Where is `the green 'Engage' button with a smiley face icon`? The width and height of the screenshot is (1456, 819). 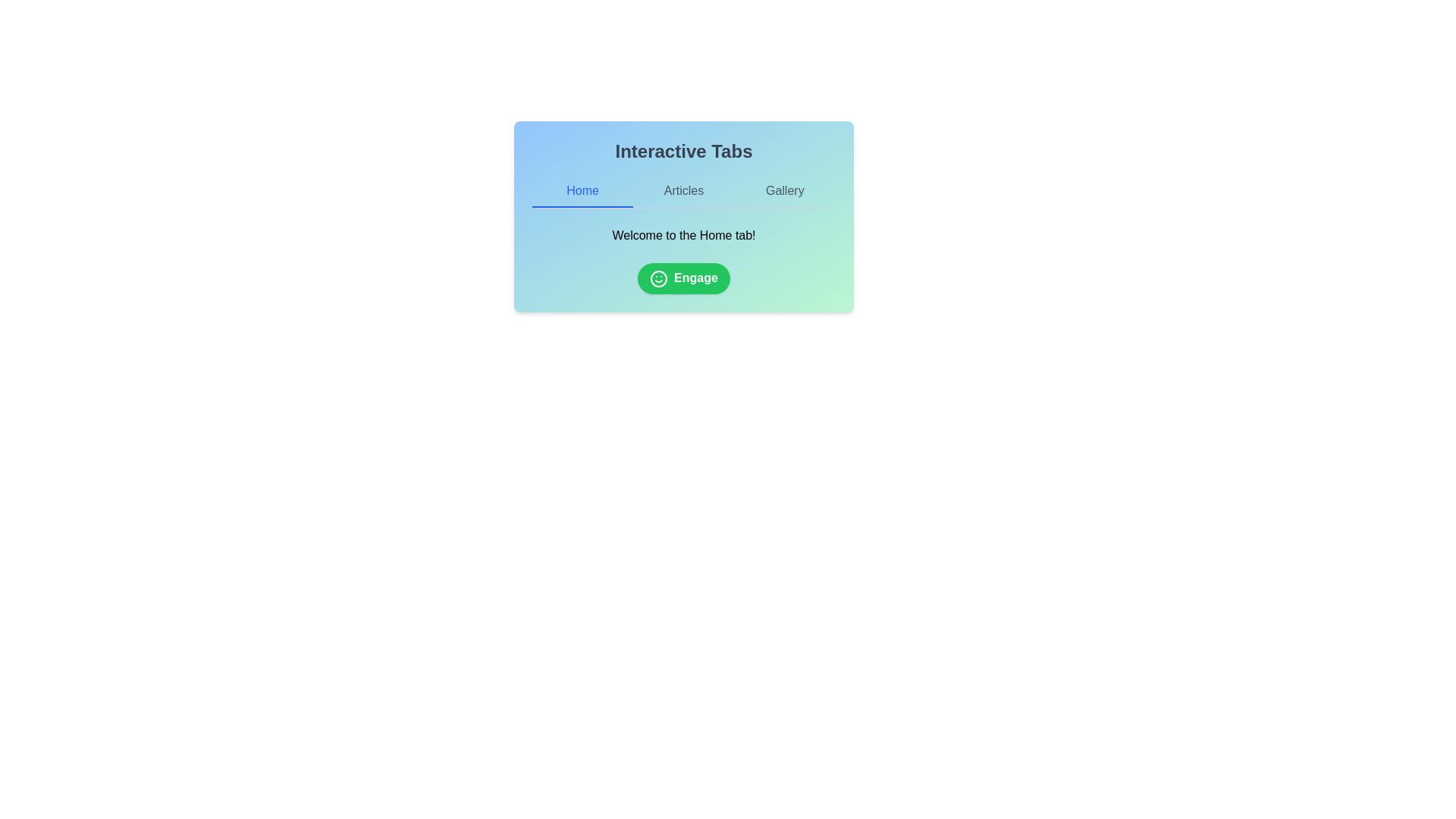
the green 'Engage' button with a smiley face icon is located at coordinates (683, 278).